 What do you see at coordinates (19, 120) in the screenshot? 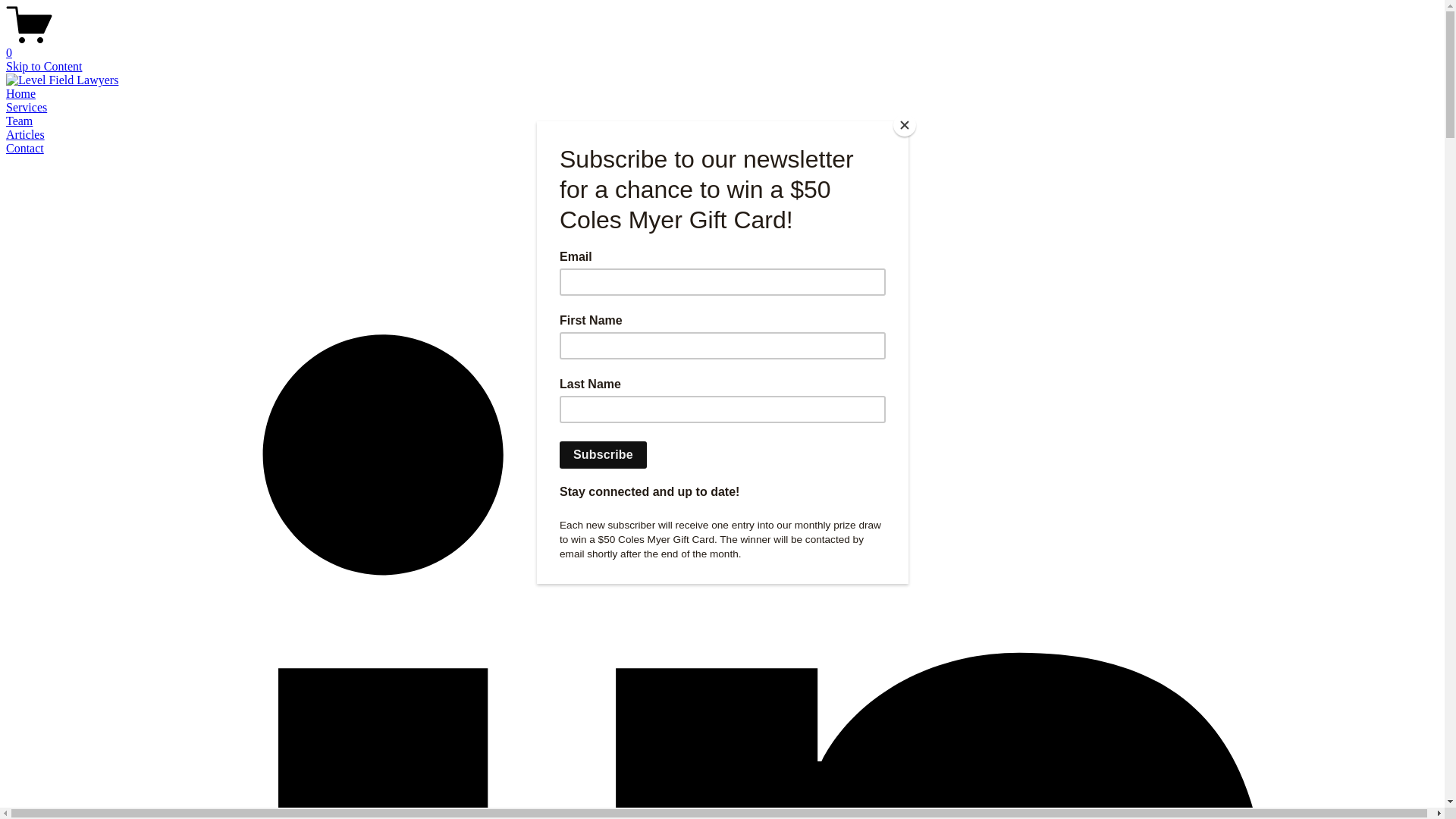
I see `'Team'` at bounding box center [19, 120].